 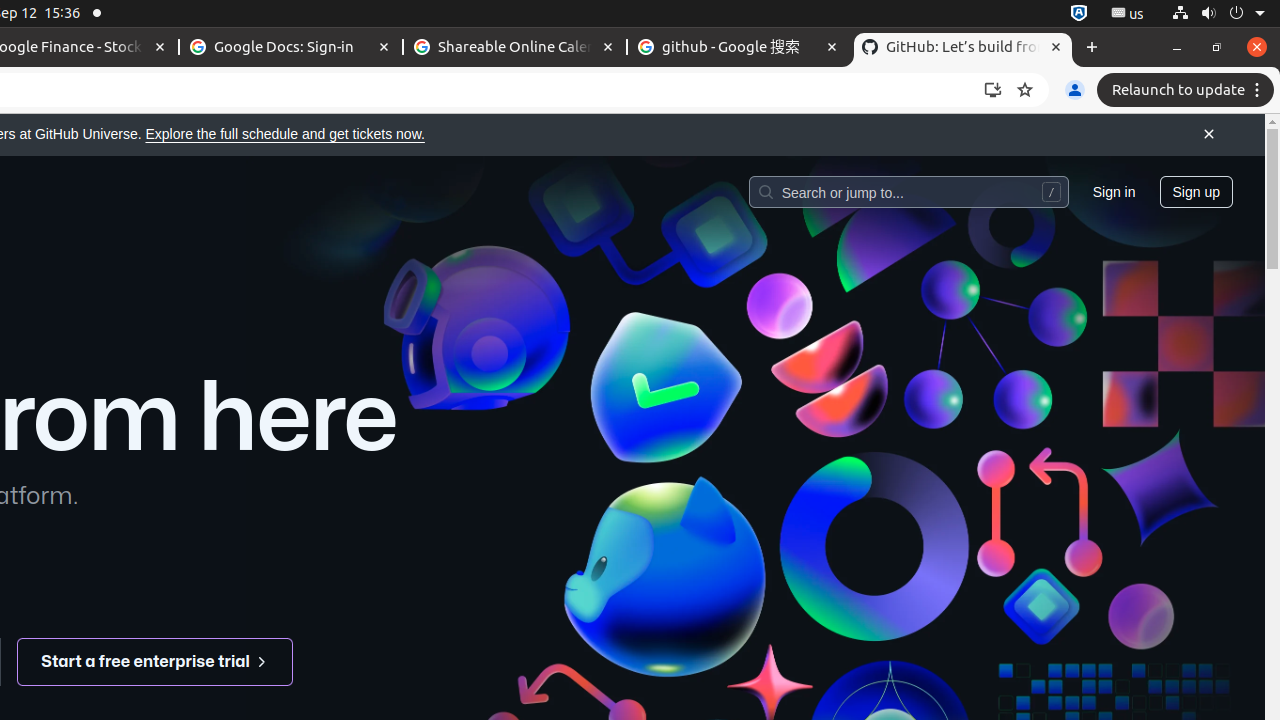 What do you see at coordinates (1078, 13) in the screenshot?
I see `':1.72/StatusNotifierItem'` at bounding box center [1078, 13].